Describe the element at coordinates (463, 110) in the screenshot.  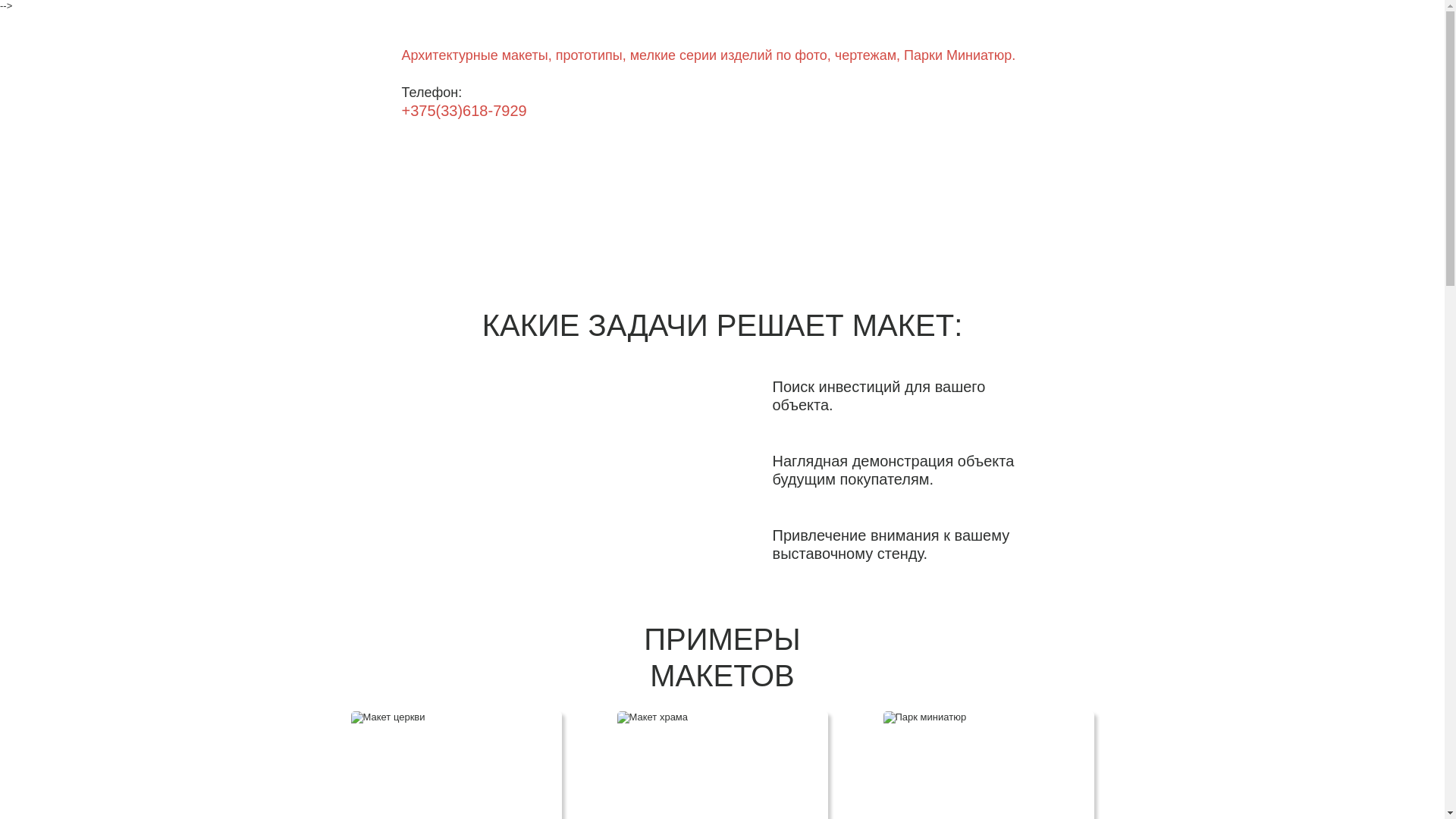
I see `'+375(33)618-7929'` at that location.